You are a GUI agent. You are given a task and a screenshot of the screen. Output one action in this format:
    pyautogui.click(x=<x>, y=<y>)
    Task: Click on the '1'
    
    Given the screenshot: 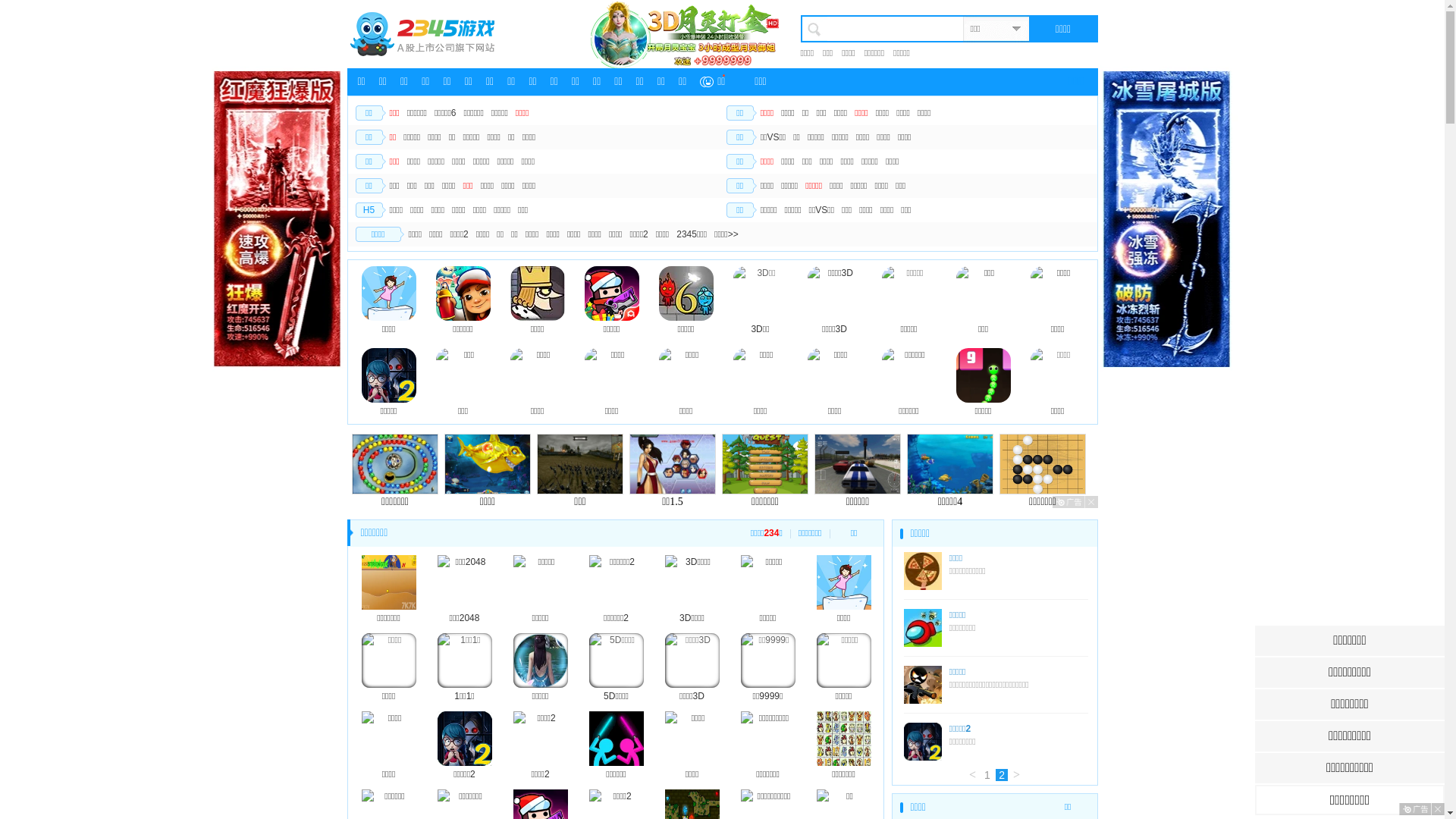 What is the action you would take?
    pyautogui.click(x=987, y=775)
    